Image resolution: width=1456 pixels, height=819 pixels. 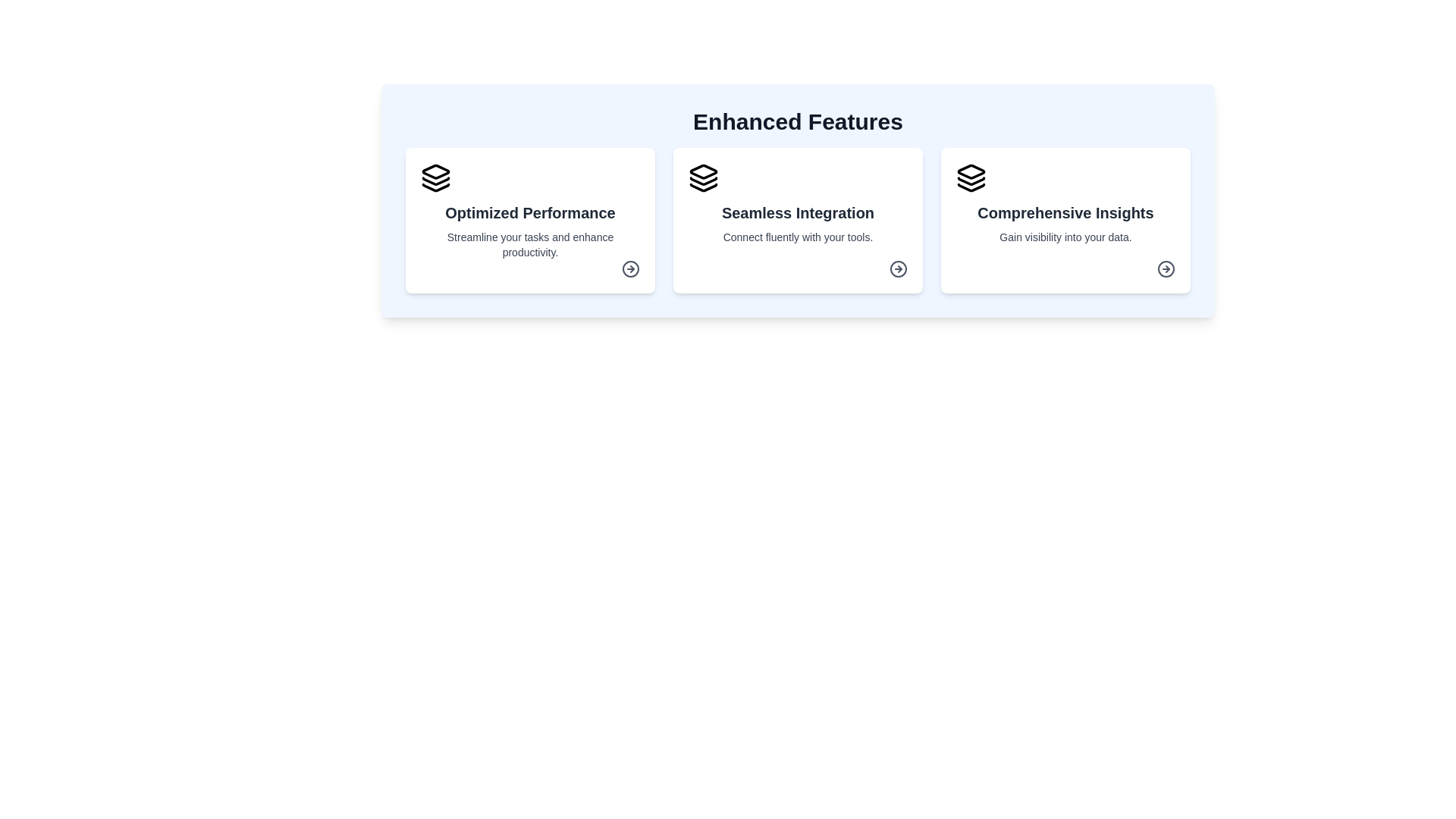 I want to click on the informational text block that contains the text 'Connect fluently with your tools.' positioned in the second card below the header 'Seamless Integration', so click(x=797, y=244).